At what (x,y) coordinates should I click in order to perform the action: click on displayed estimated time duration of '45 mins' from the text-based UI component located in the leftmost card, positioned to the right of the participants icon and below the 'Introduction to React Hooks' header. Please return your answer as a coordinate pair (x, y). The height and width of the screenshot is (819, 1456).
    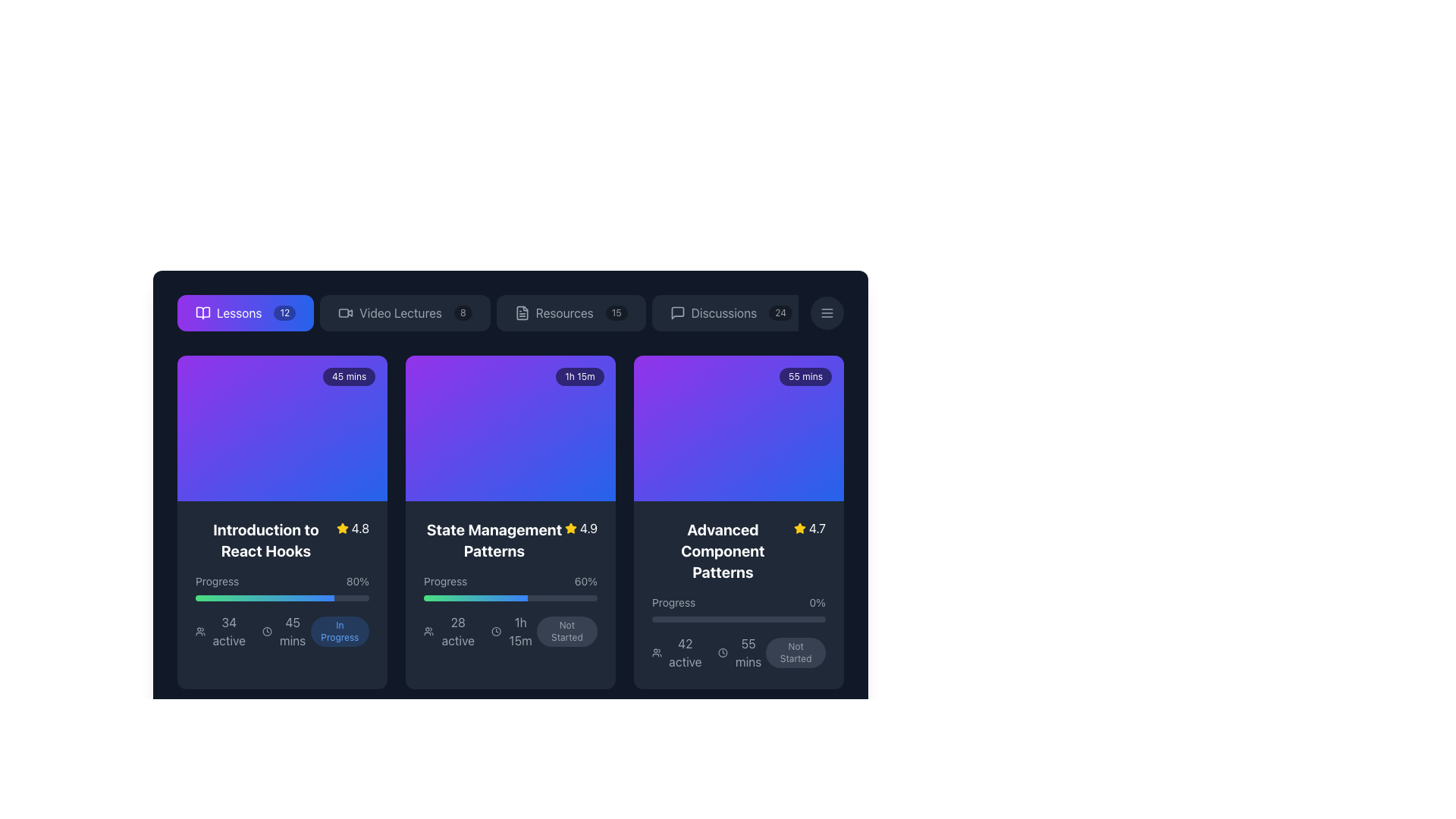
    Looking at the image, I should click on (286, 632).